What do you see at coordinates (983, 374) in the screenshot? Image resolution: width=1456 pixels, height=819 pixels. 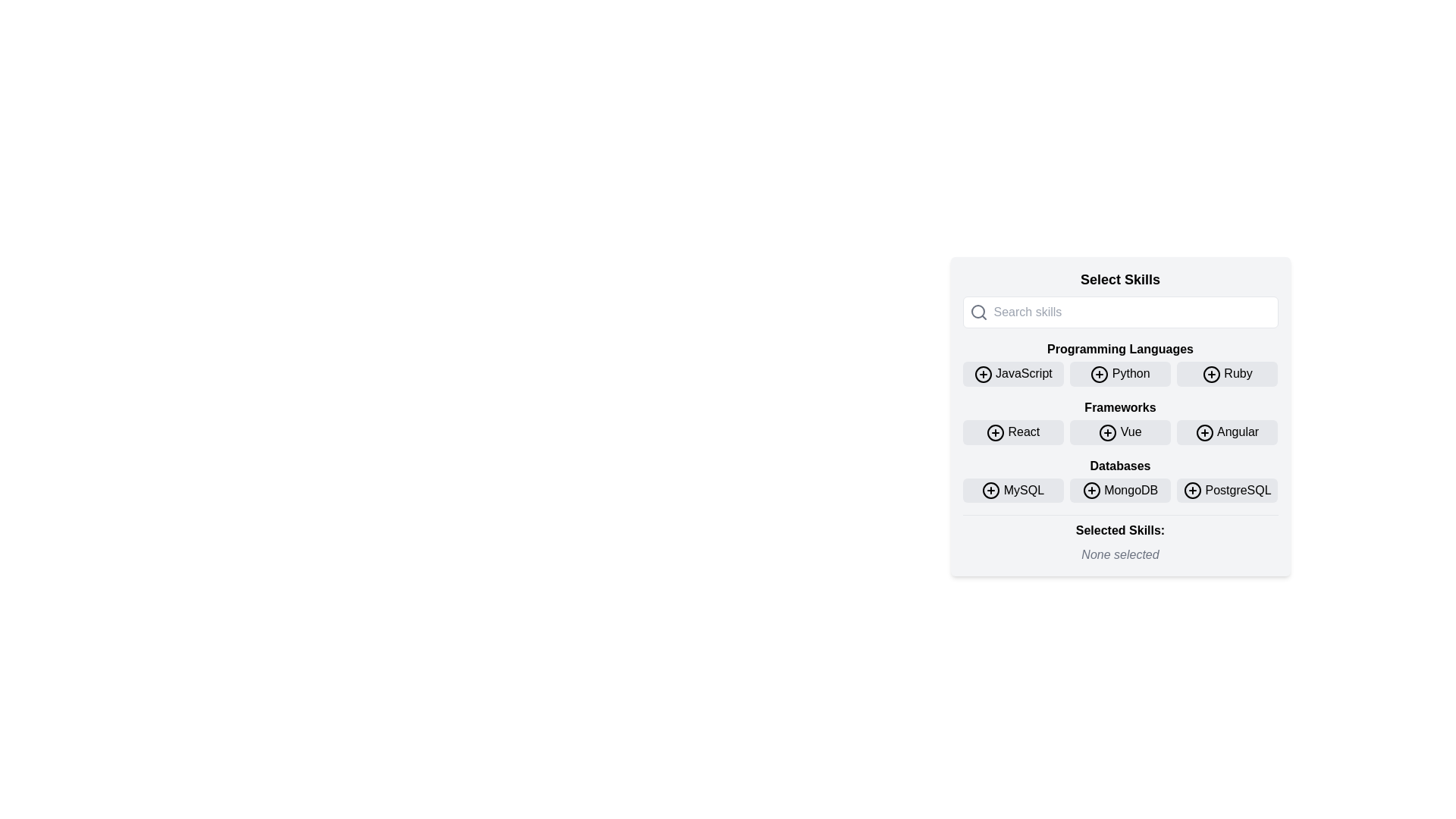 I see `the circular icon button with a plus sign, located to the left of the 'JavaScript' label in the 'Programming Languages' section of the 'Select Skills' interface` at bounding box center [983, 374].